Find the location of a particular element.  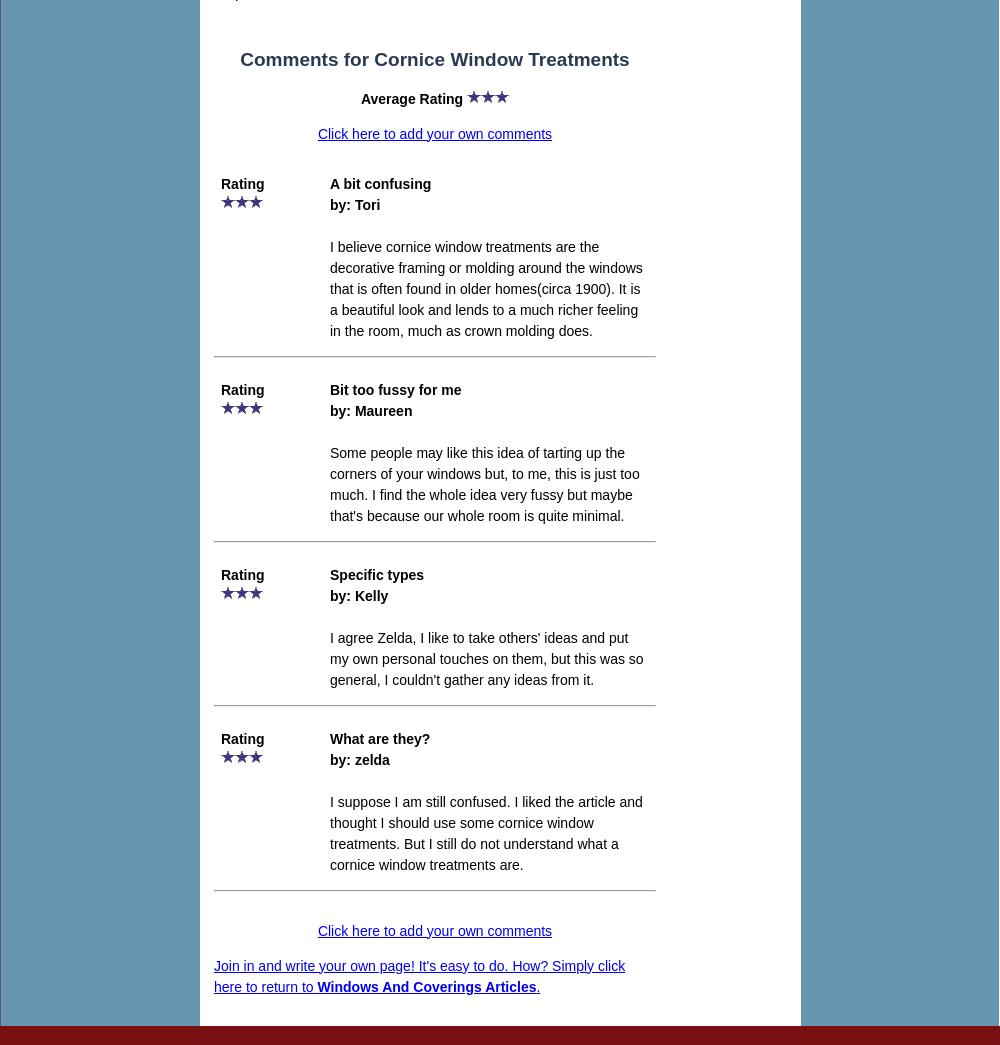

'I suppose I am still confused. I liked the article and thought I should use some cornice window treatments. But I still do not understand what a cornice window treatments are.' is located at coordinates (485, 831).